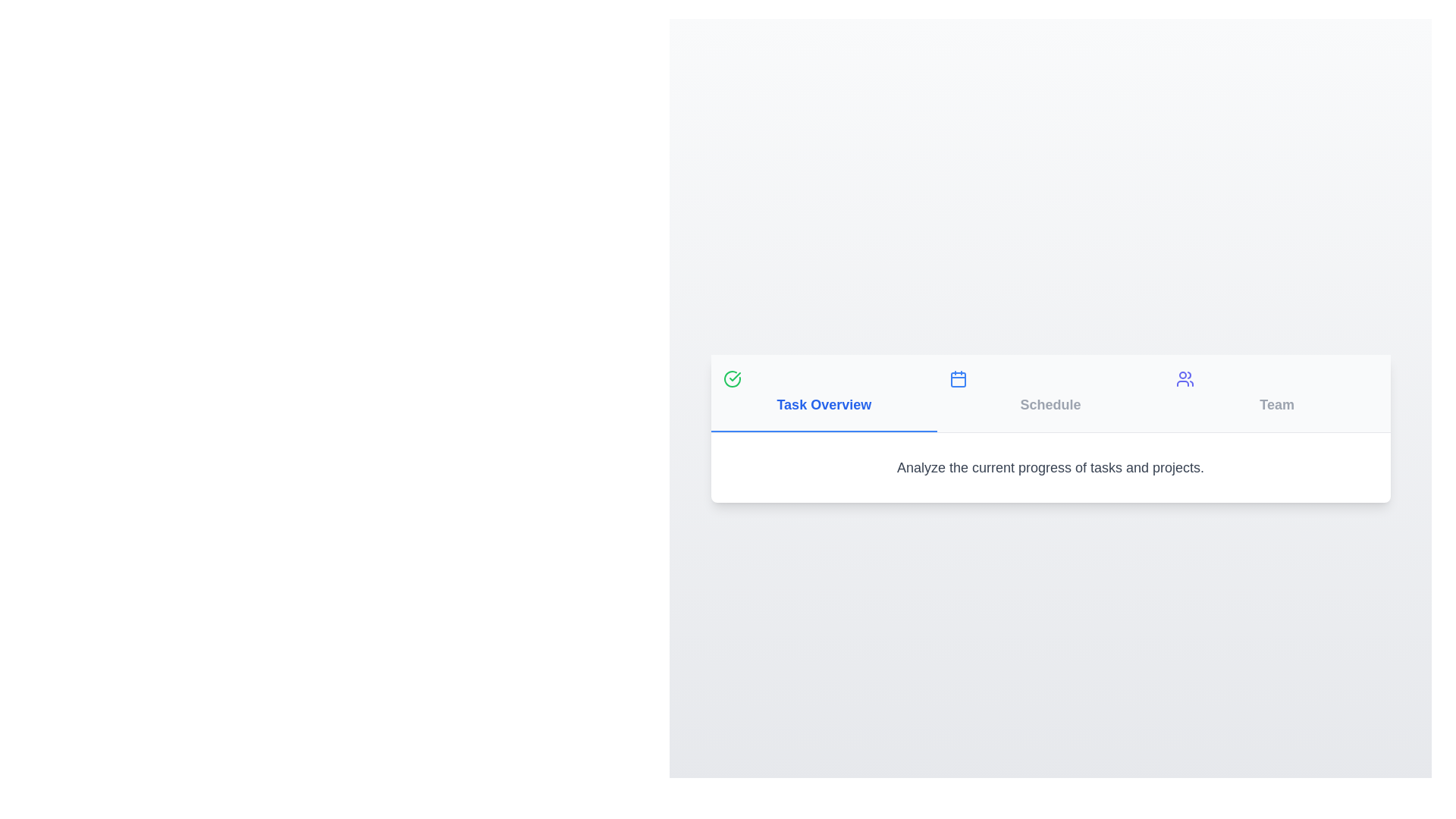 The width and height of the screenshot is (1456, 819). What do you see at coordinates (1184, 378) in the screenshot?
I see `the icon of the tab labeled 'Team' to inspect it visually` at bounding box center [1184, 378].